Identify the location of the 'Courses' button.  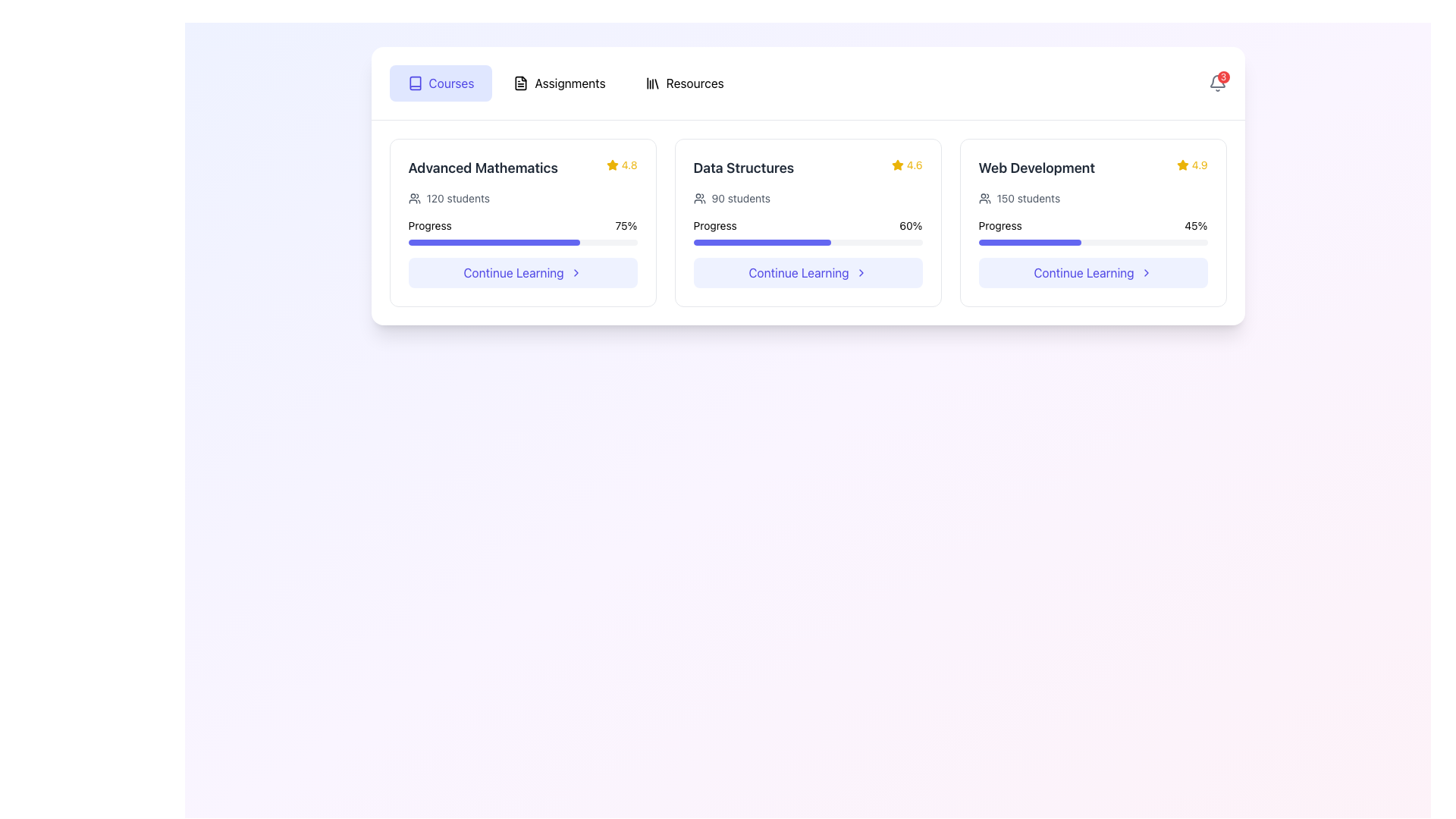
(440, 83).